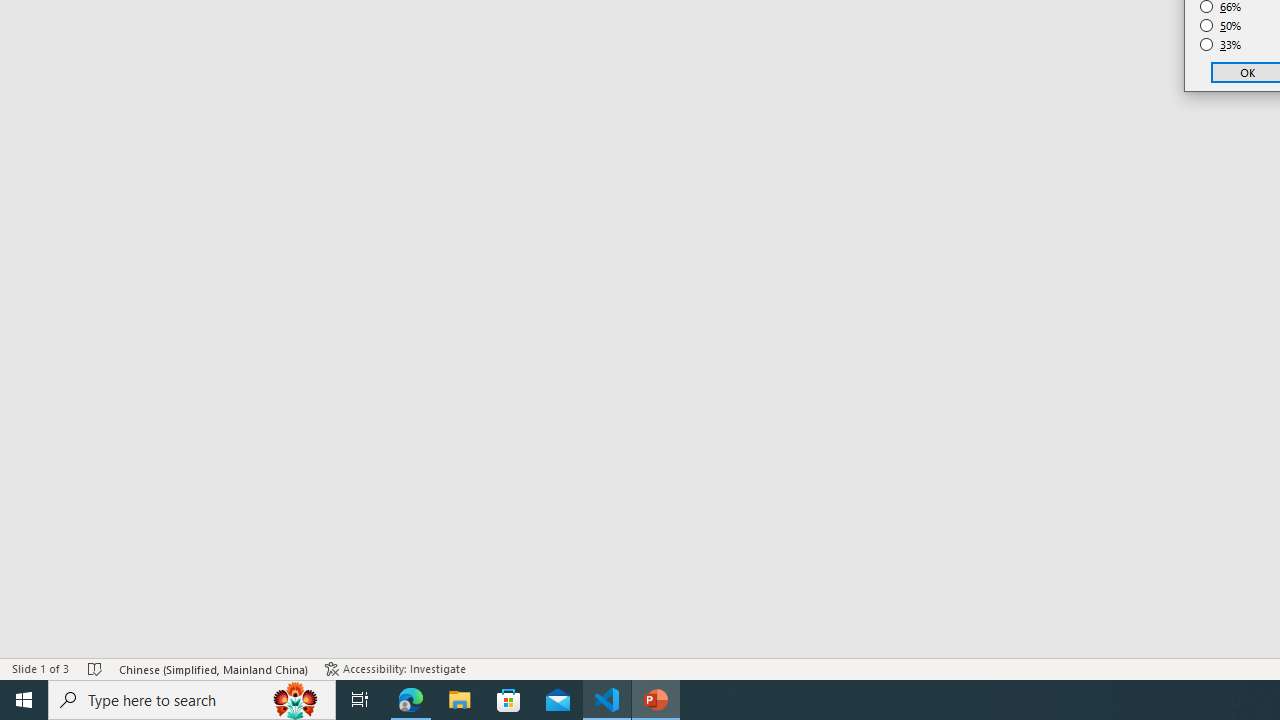  Describe the element at coordinates (509, 698) in the screenshot. I see `'Microsoft Store'` at that location.